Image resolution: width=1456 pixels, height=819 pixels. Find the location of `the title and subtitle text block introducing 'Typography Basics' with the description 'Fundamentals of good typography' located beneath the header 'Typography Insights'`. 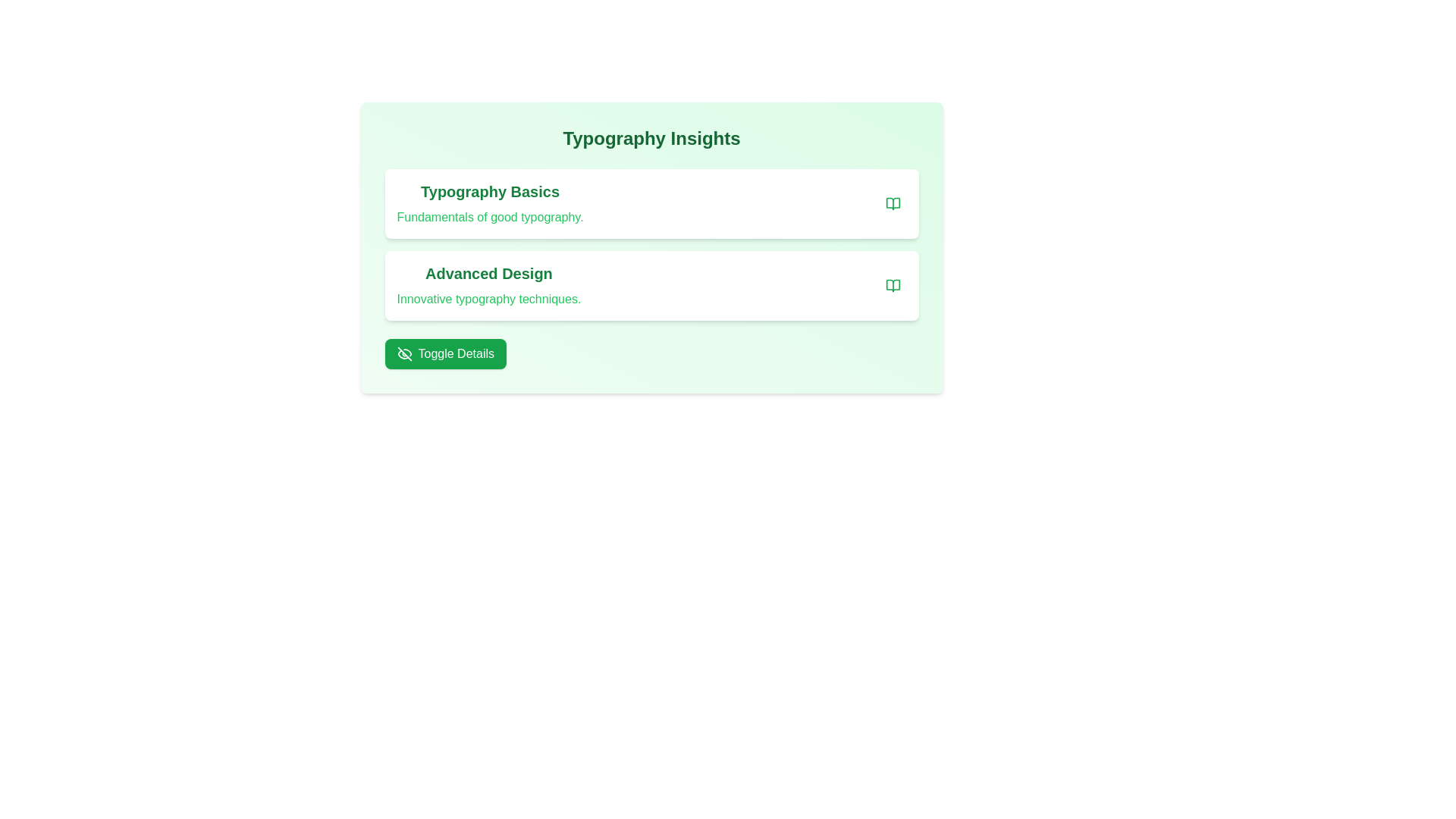

the title and subtitle text block introducing 'Typography Basics' with the description 'Fundamentals of good typography' located beneath the header 'Typography Insights' is located at coordinates (490, 203).